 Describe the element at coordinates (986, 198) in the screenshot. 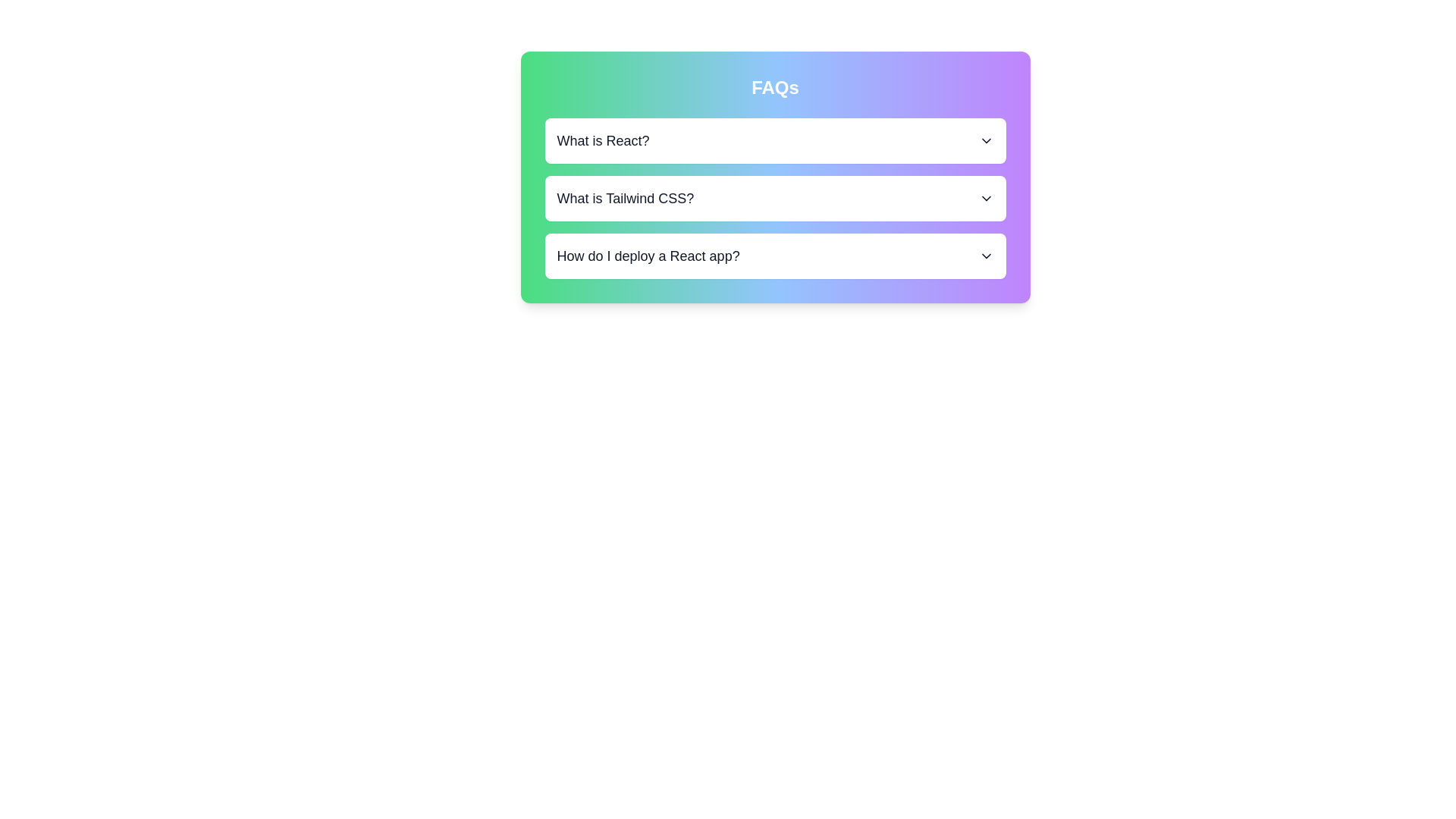

I see `the Downward Chevron Icon located to the right of 'What is Tailwind CSS?'` at that location.